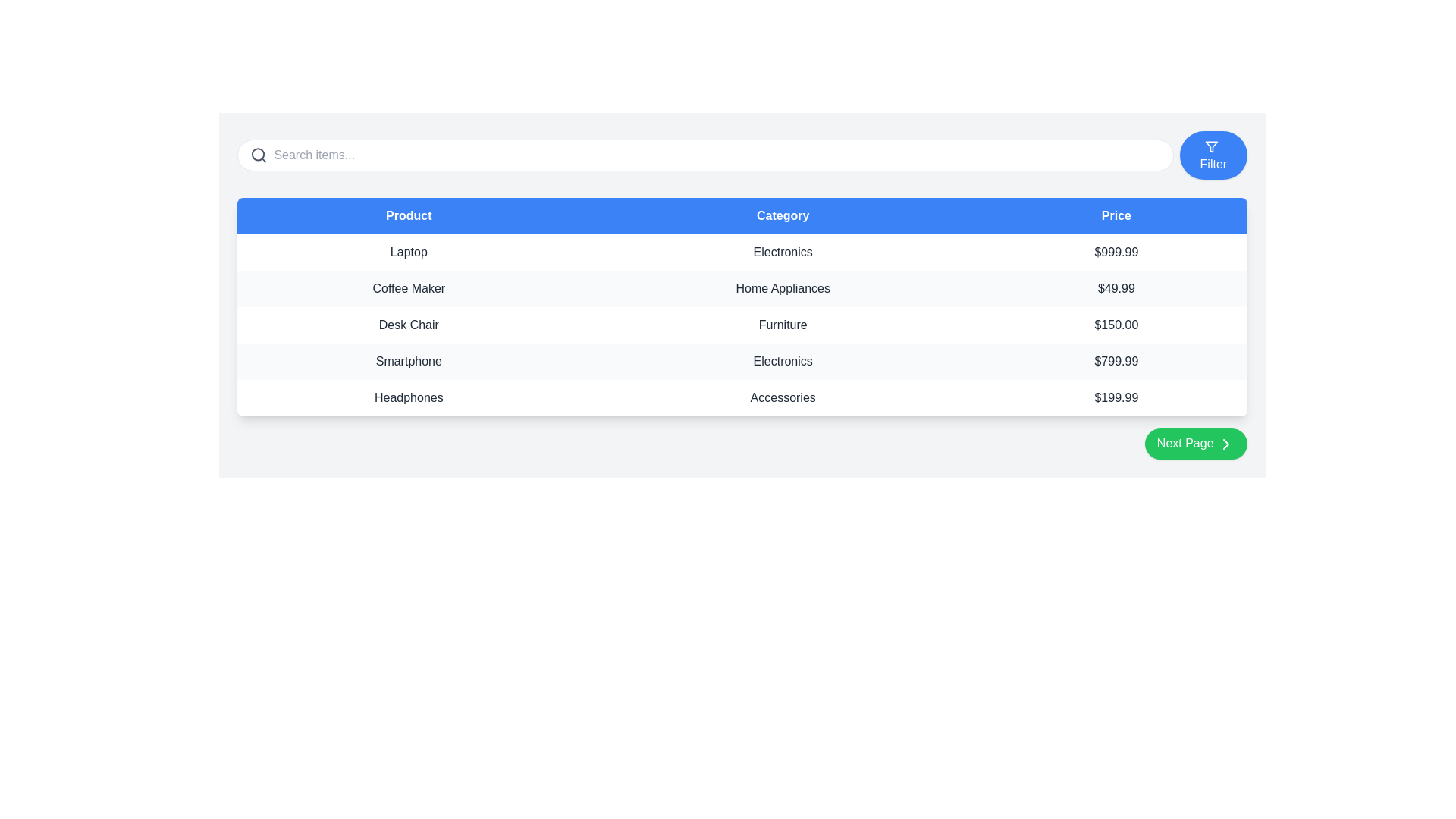  What do you see at coordinates (783, 289) in the screenshot?
I see `the 'Home Appliances' category label, which indicates the classification of the adjacent product 'Coffee Maker'` at bounding box center [783, 289].